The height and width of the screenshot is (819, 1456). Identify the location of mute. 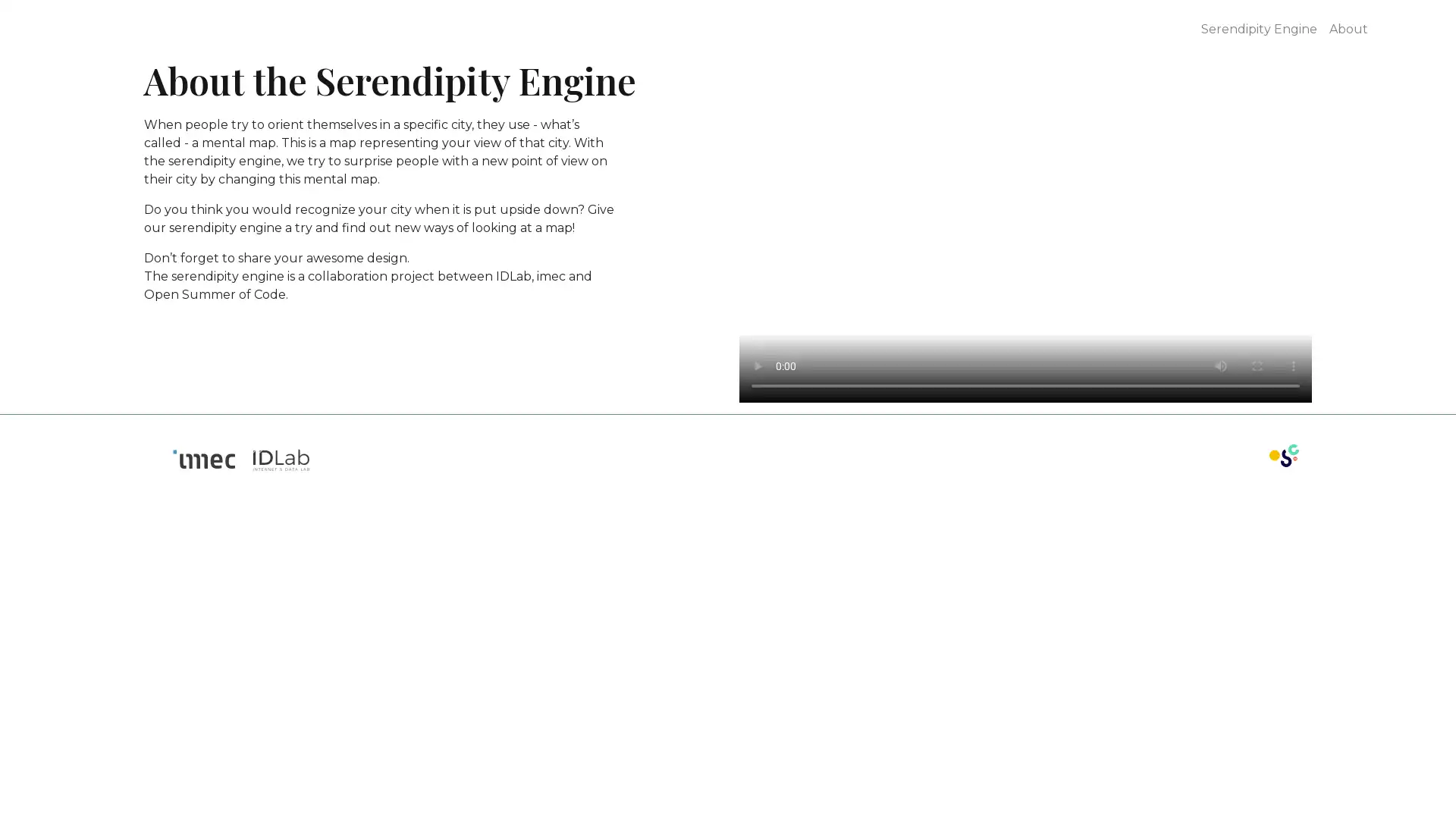
(1220, 366).